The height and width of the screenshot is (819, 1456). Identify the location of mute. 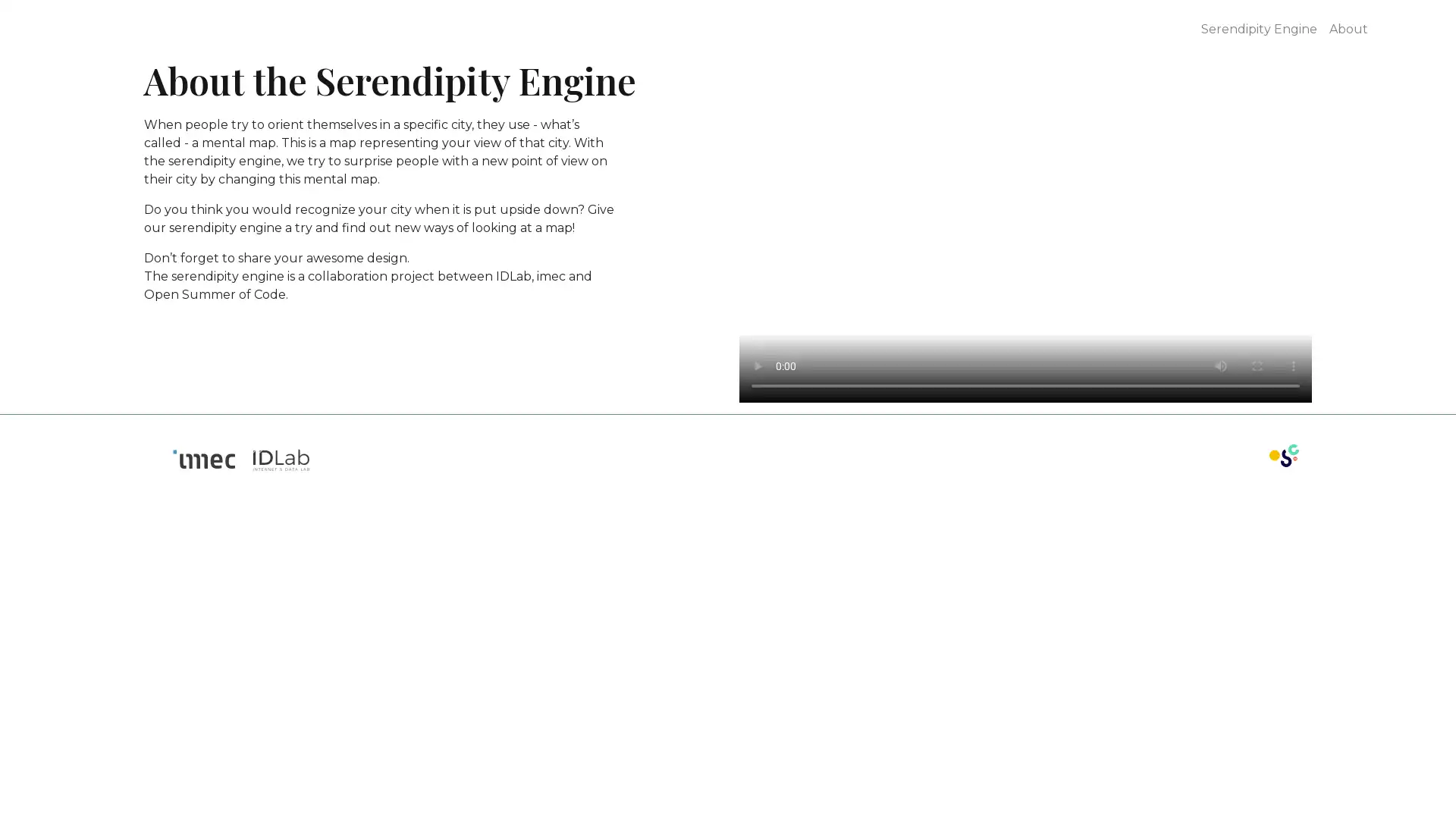
(1220, 366).